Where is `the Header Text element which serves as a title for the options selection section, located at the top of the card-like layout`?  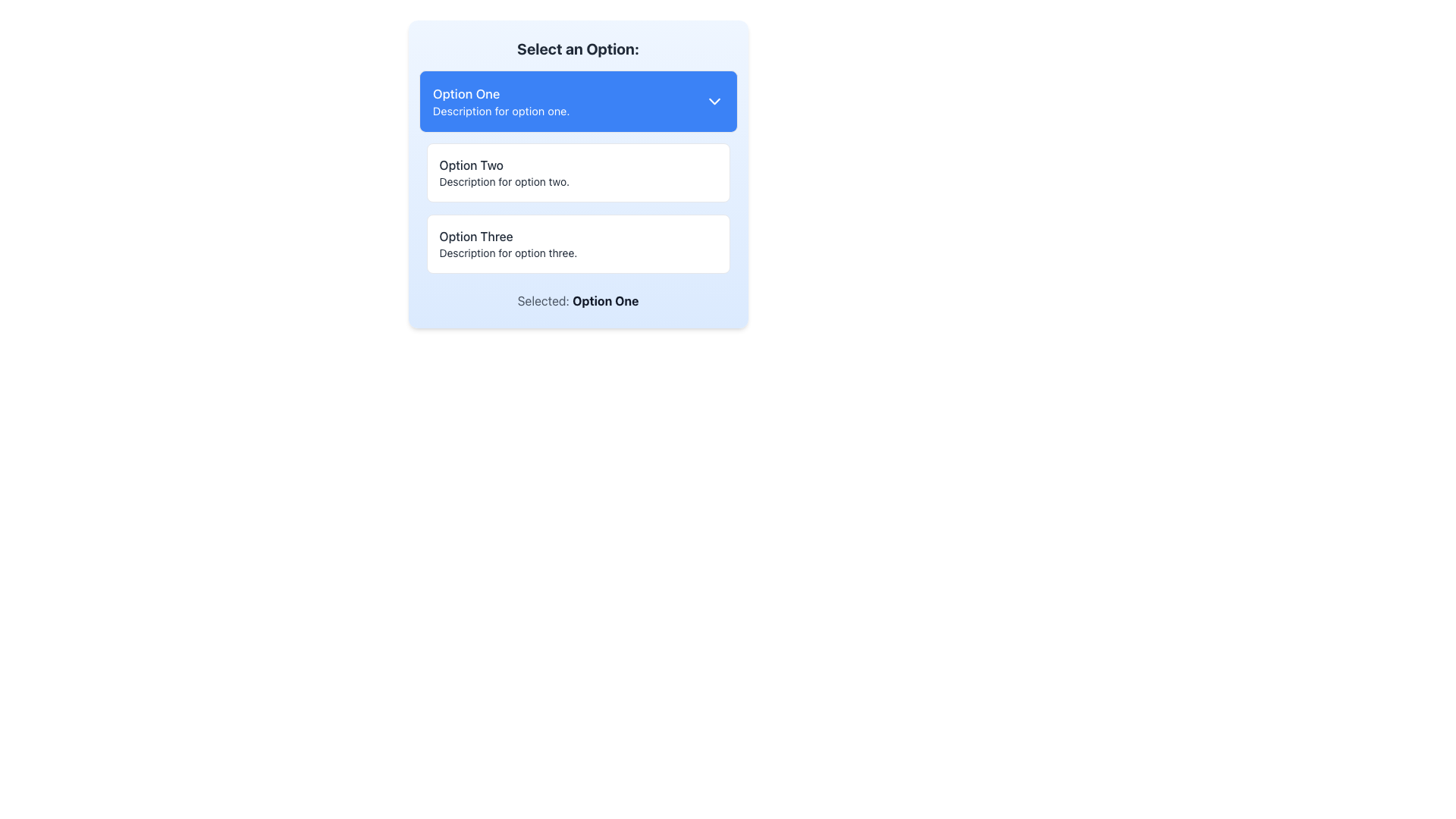 the Header Text element which serves as a title for the options selection section, located at the top of the card-like layout is located at coordinates (577, 49).